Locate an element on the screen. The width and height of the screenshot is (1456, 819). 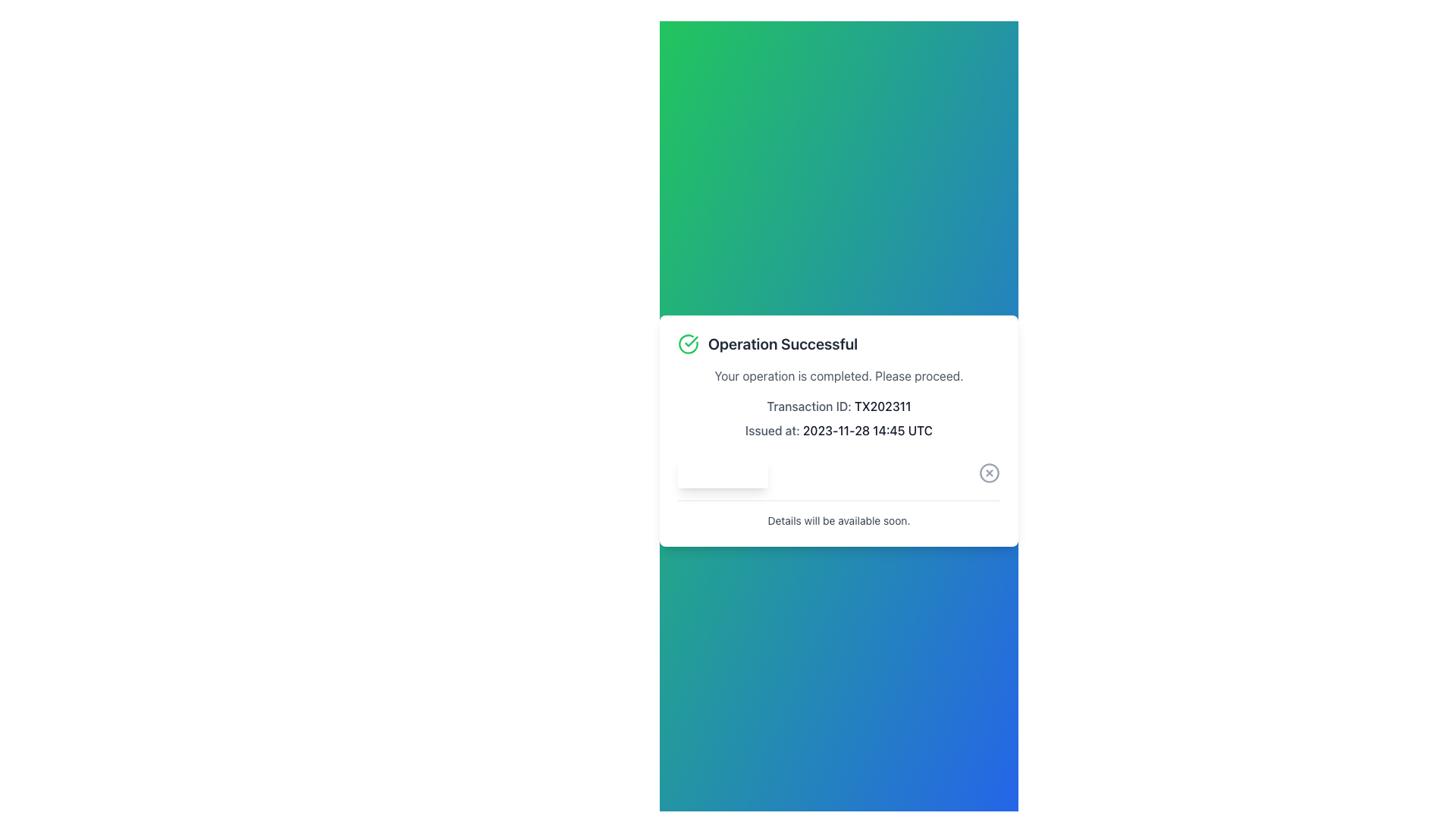
the small circle SVG element located within the icon in the lower right area of the message card is located at coordinates (990, 472).